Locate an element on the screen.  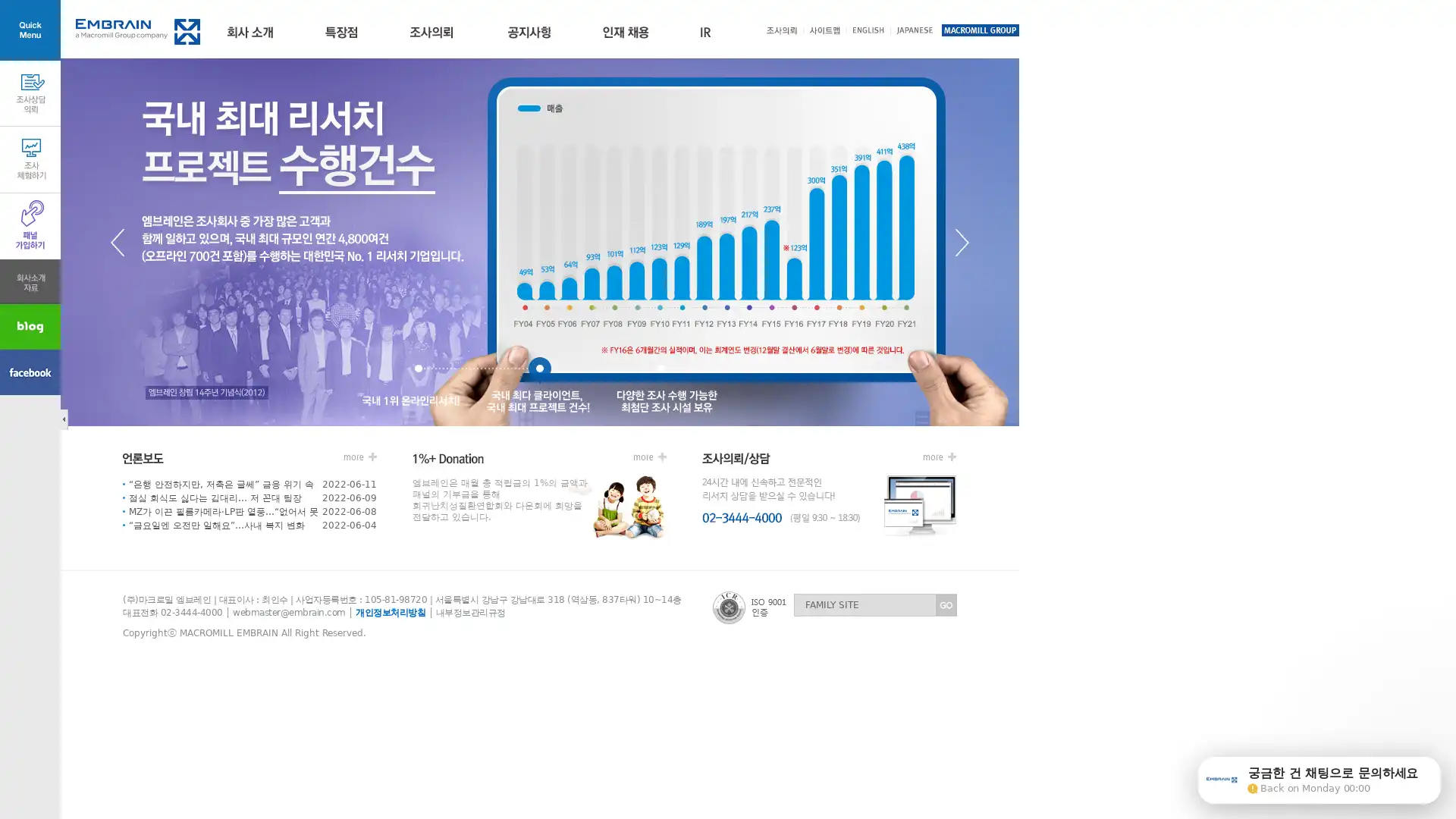
Next is located at coordinates (961, 241).